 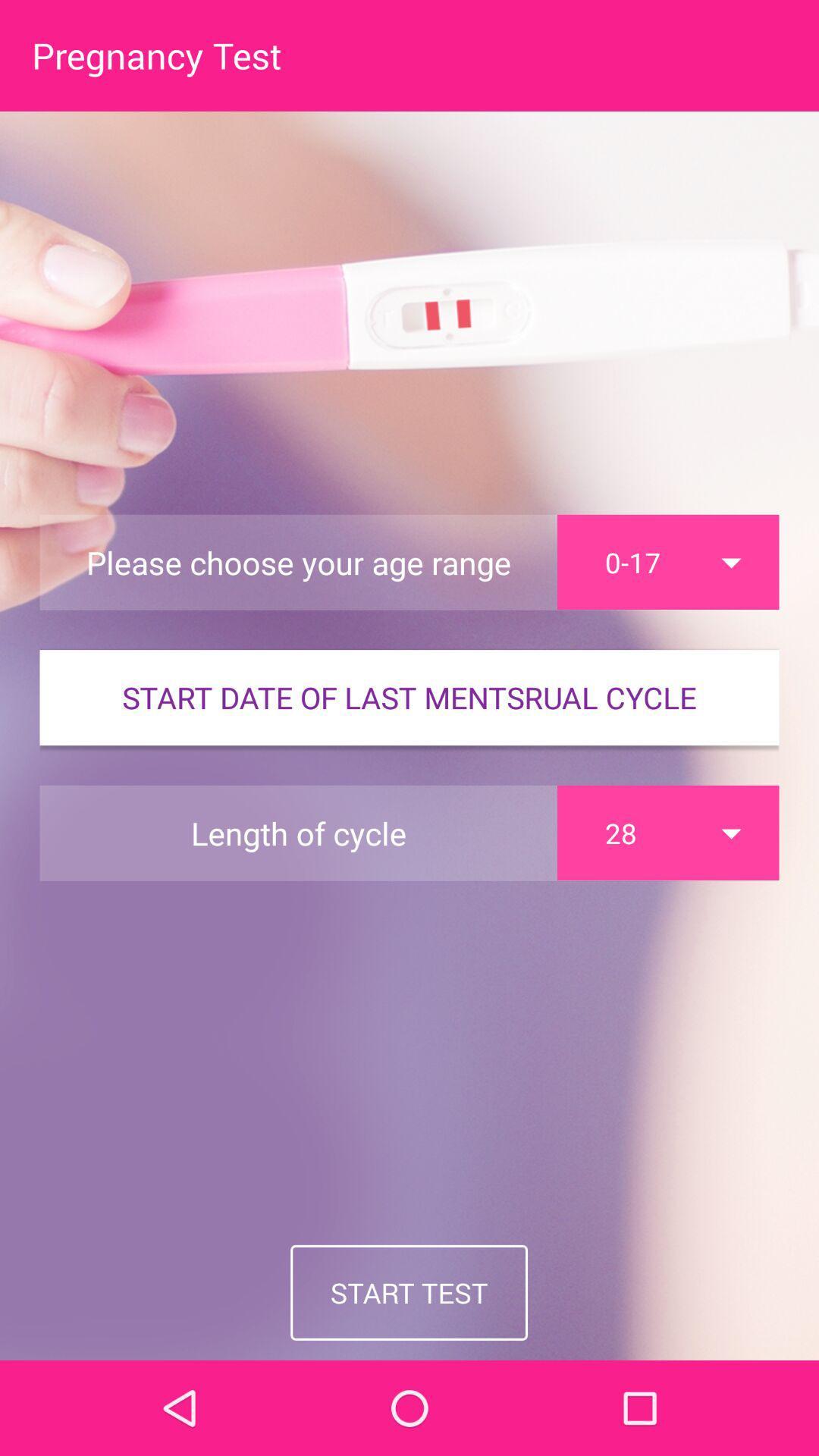 What do you see at coordinates (667, 832) in the screenshot?
I see `28` at bounding box center [667, 832].